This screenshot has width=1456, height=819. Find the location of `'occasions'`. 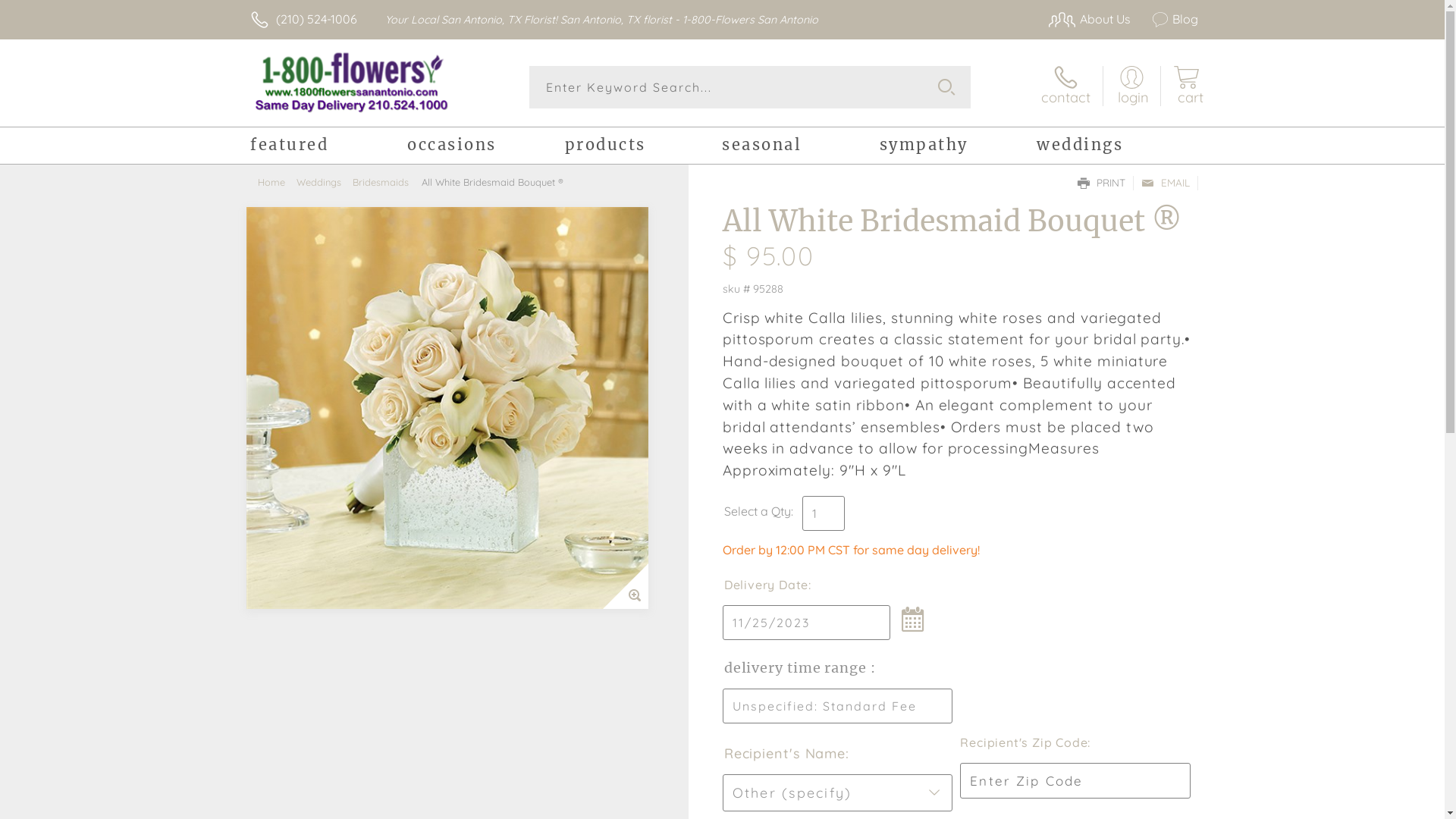

'occasions' is located at coordinates (485, 147).